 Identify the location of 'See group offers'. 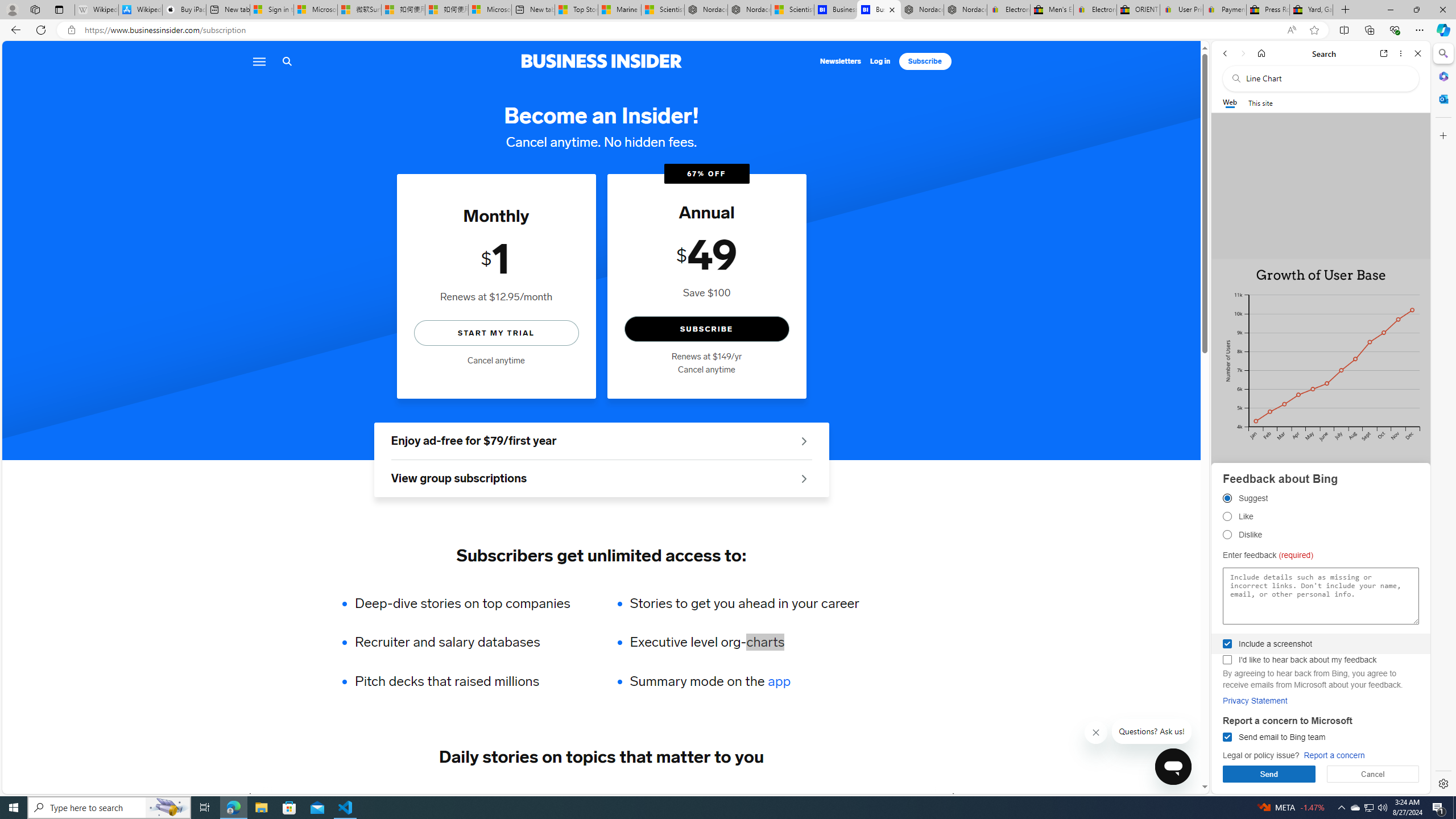
(804, 478).